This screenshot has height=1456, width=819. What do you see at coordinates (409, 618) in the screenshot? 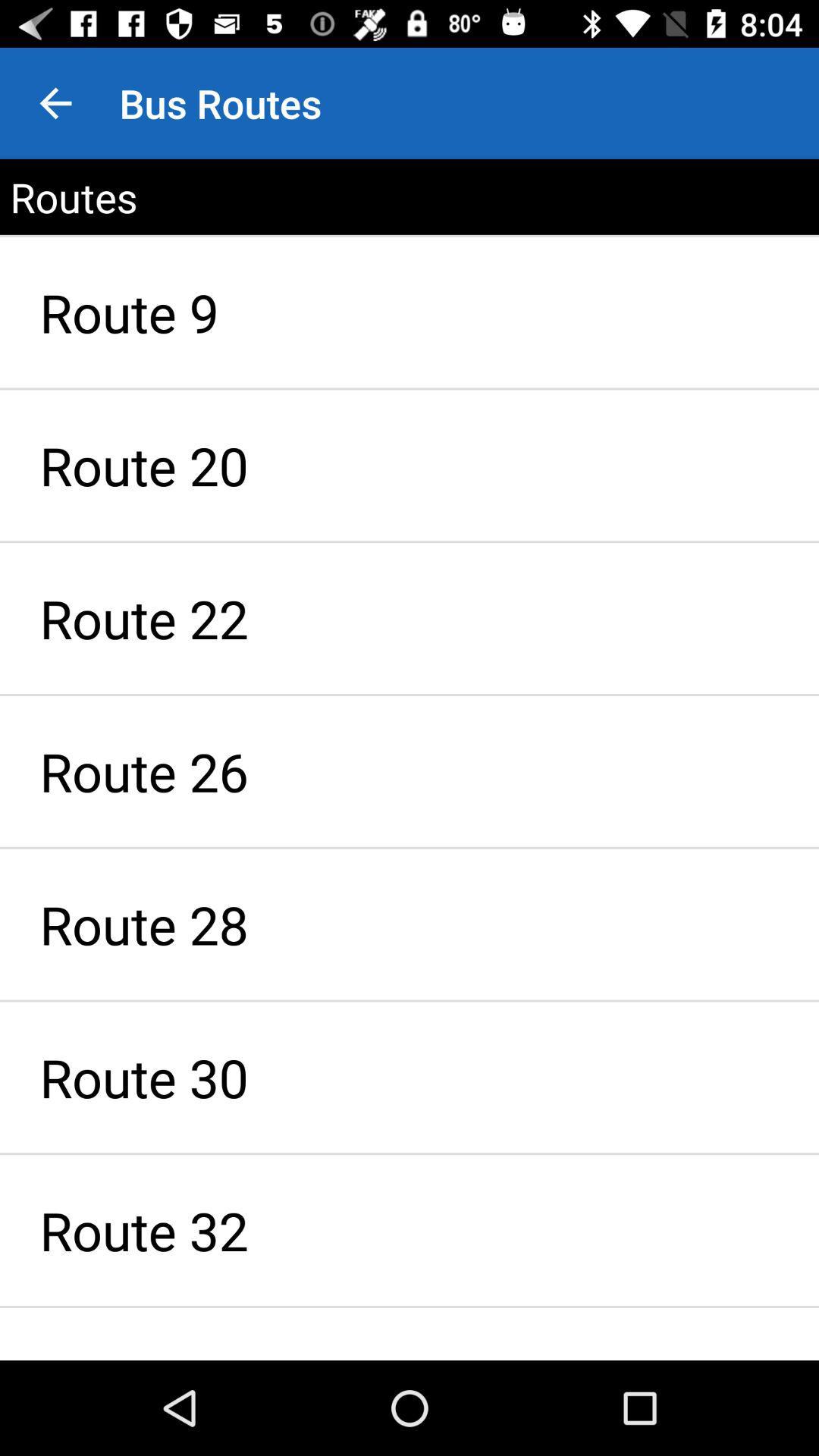
I see `the icon above route 26` at bounding box center [409, 618].